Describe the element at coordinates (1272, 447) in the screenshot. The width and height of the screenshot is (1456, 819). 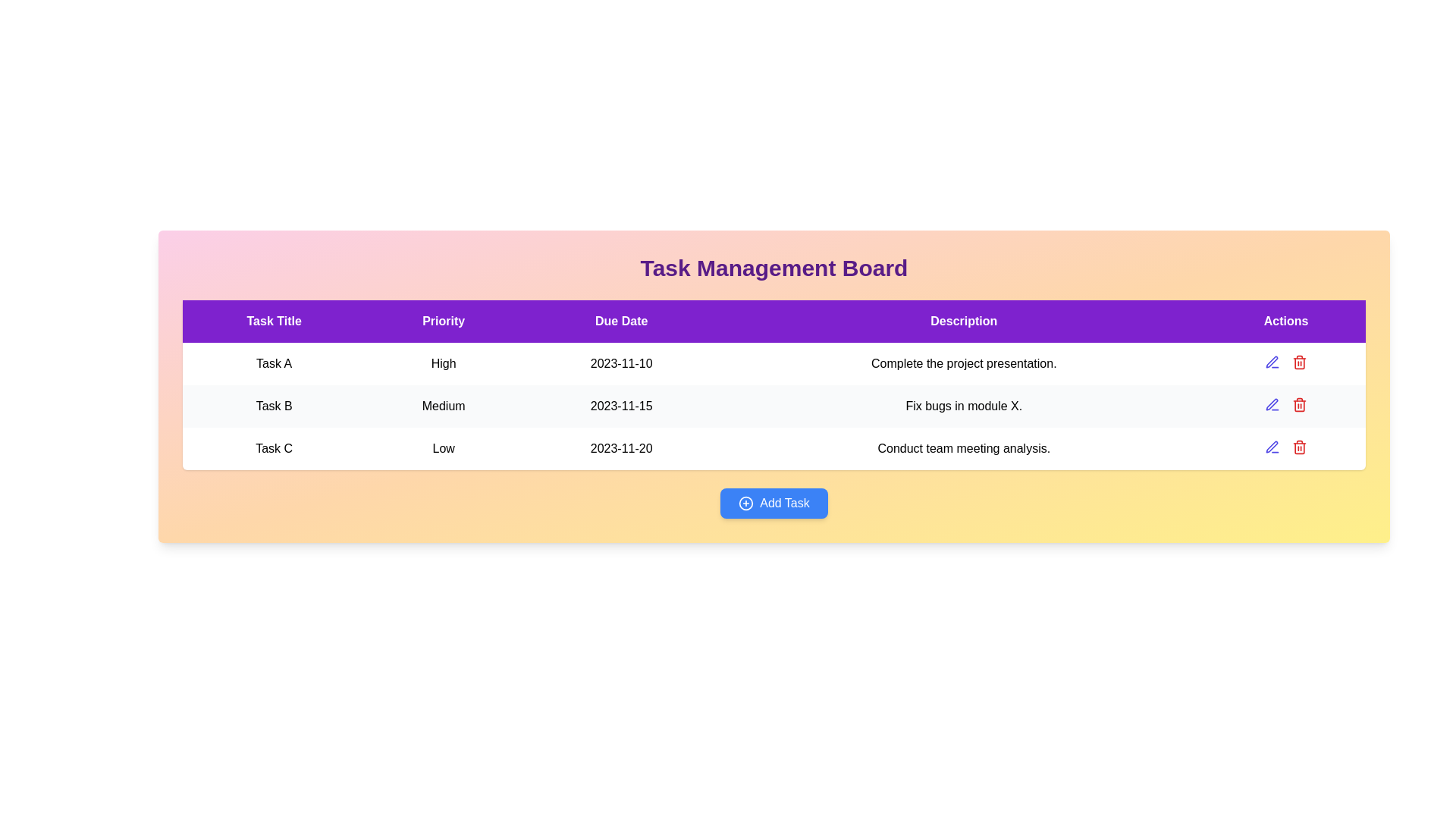
I see `the pen icon button, which is styled in indigo and indicates an editing action, located to the left of the red trash can icon in the 'Actions' column of the table row for Task B` at that location.